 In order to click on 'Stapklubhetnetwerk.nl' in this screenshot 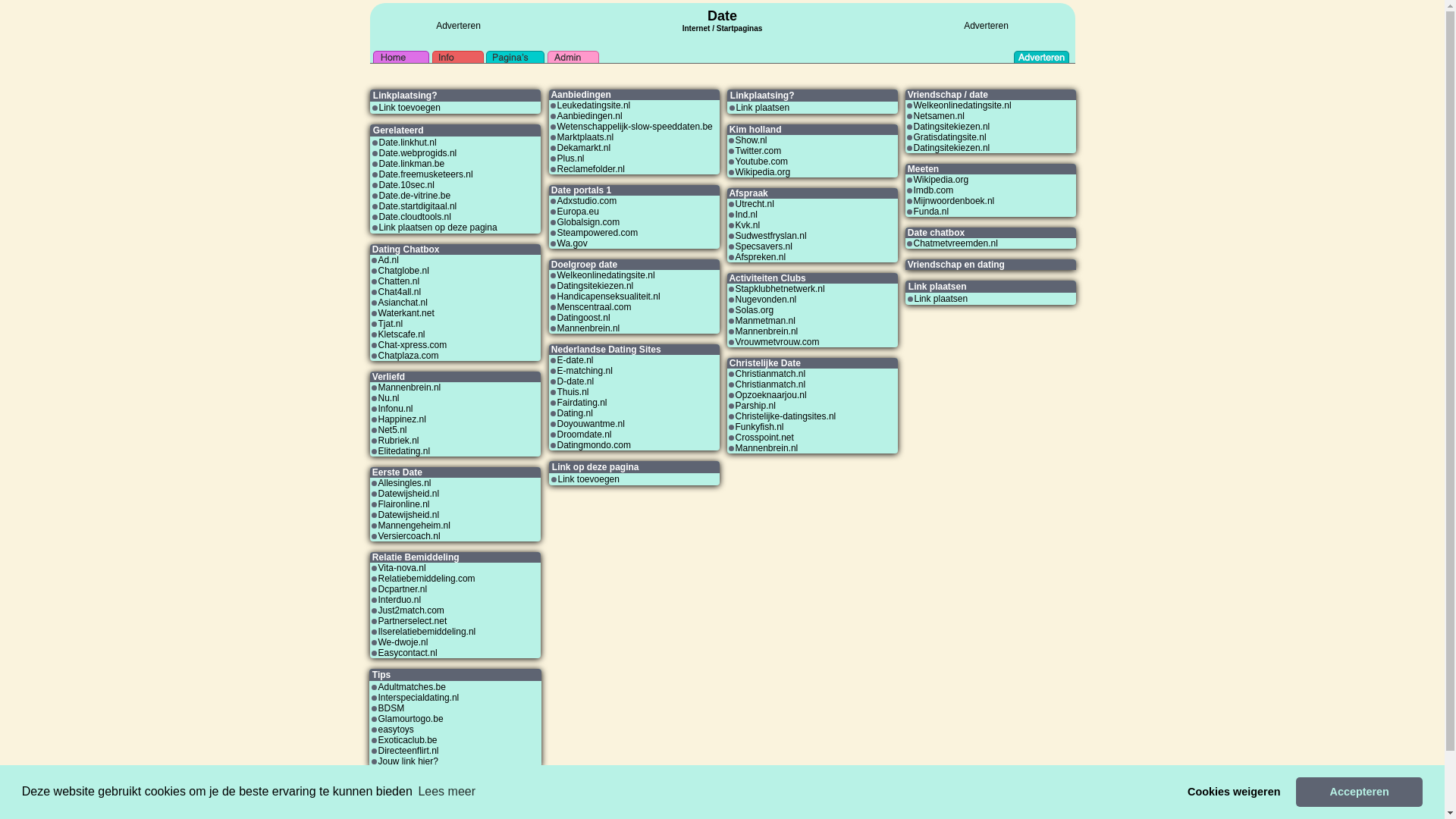, I will do `click(780, 289)`.